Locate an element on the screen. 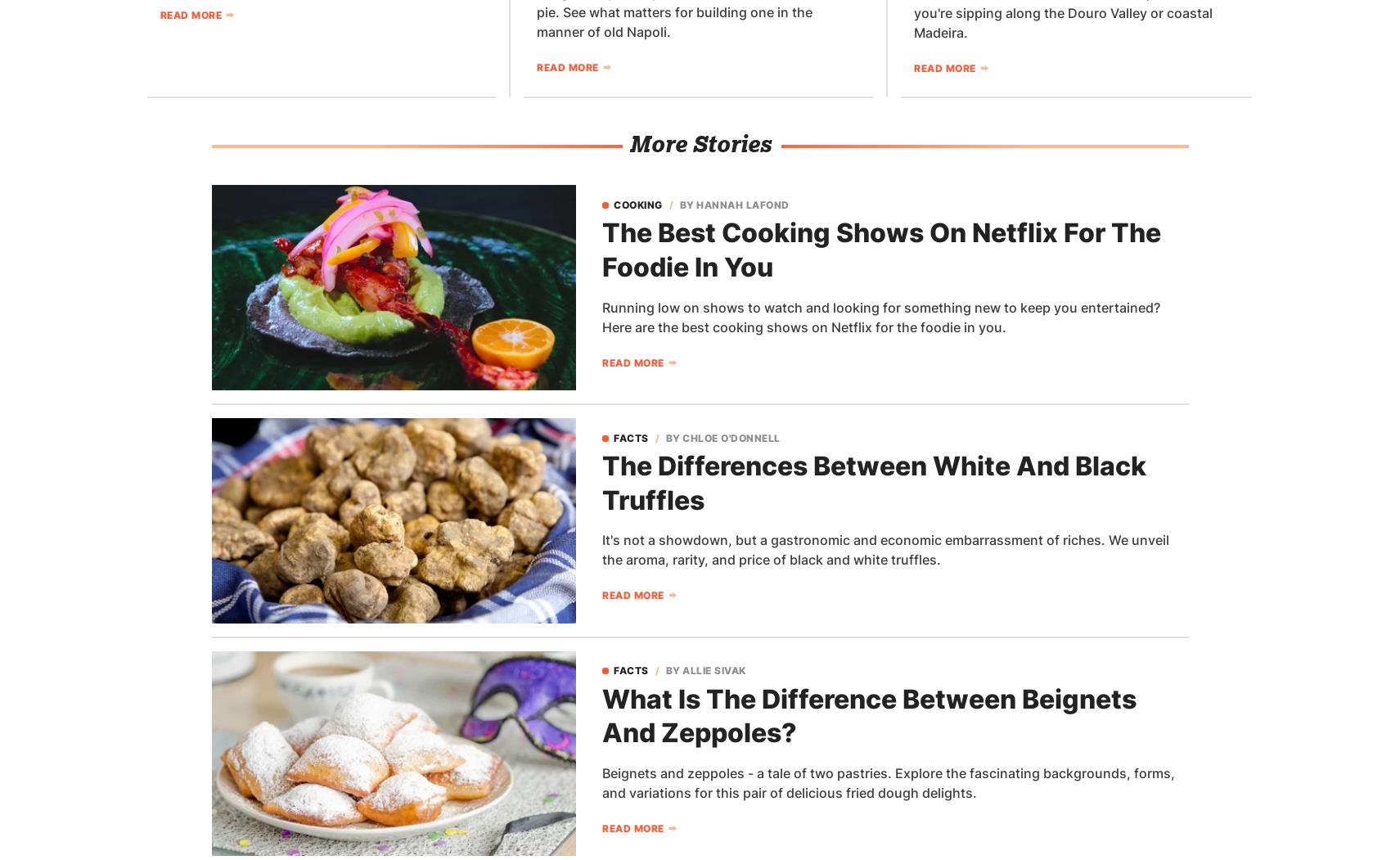 The height and width of the screenshot is (860, 1400). 'The Differences Between White And Black Truffles' is located at coordinates (874, 482).